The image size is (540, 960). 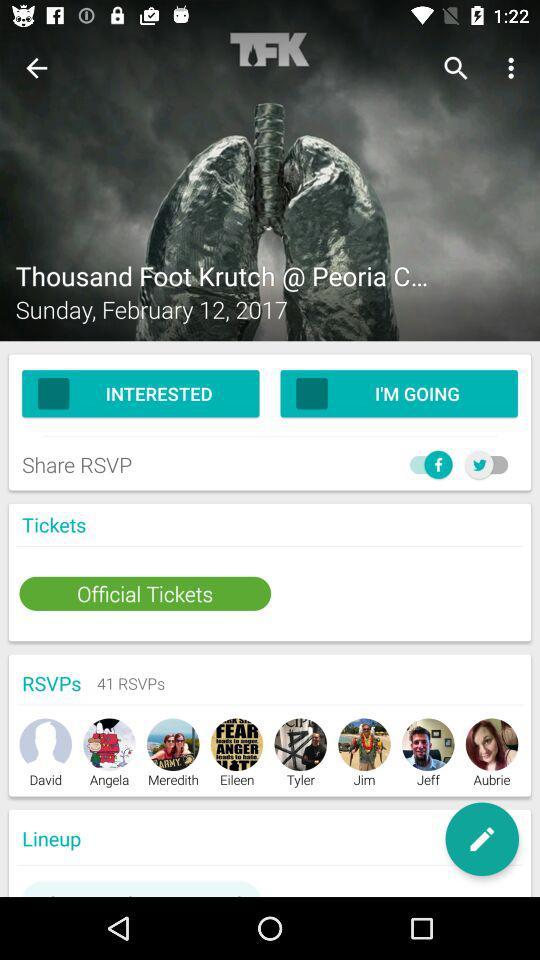 I want to click on the edit icon, so click(x=481, y=839).